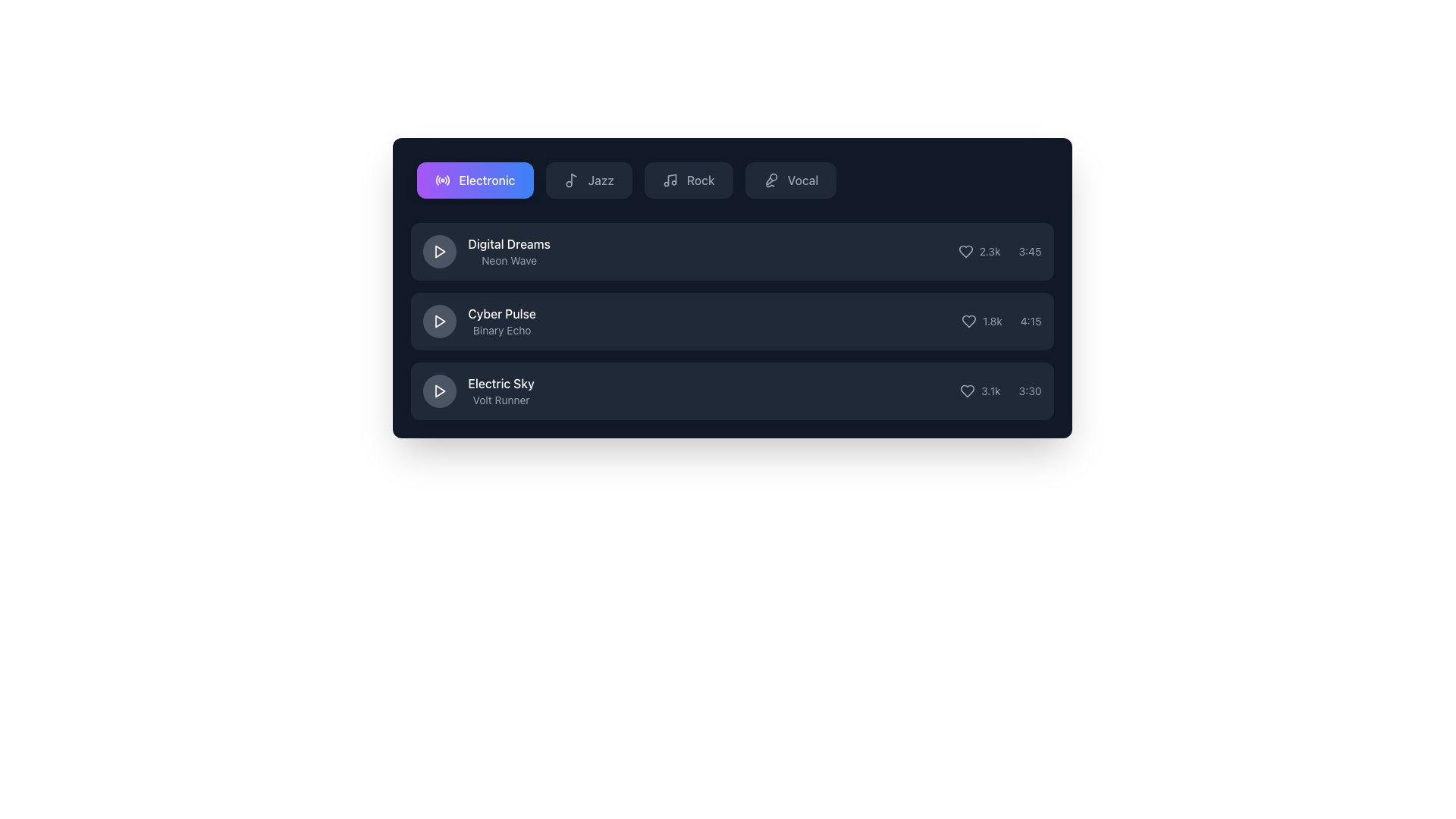  Describe the element at coordinates (965, 250) in the screenshot. I see `the heart-shaped icon button located to the left of the numeric display '2.3k' in the 'Digital Dreams' row for keyboard interaction` at that location.